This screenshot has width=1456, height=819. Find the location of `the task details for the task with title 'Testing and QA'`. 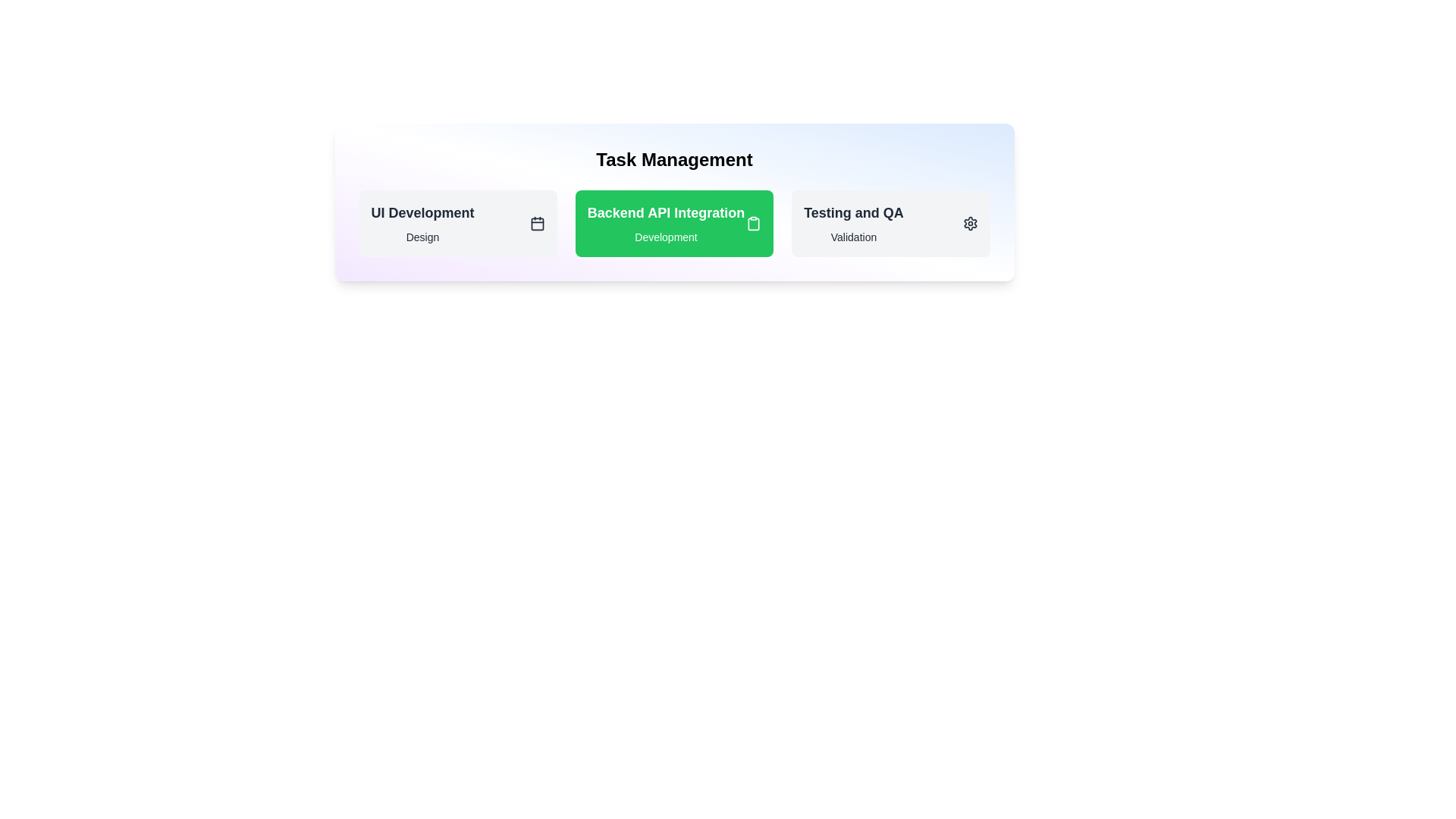

the task details for the task with title 'Testing and QA' is located at coordinates (854, 213).